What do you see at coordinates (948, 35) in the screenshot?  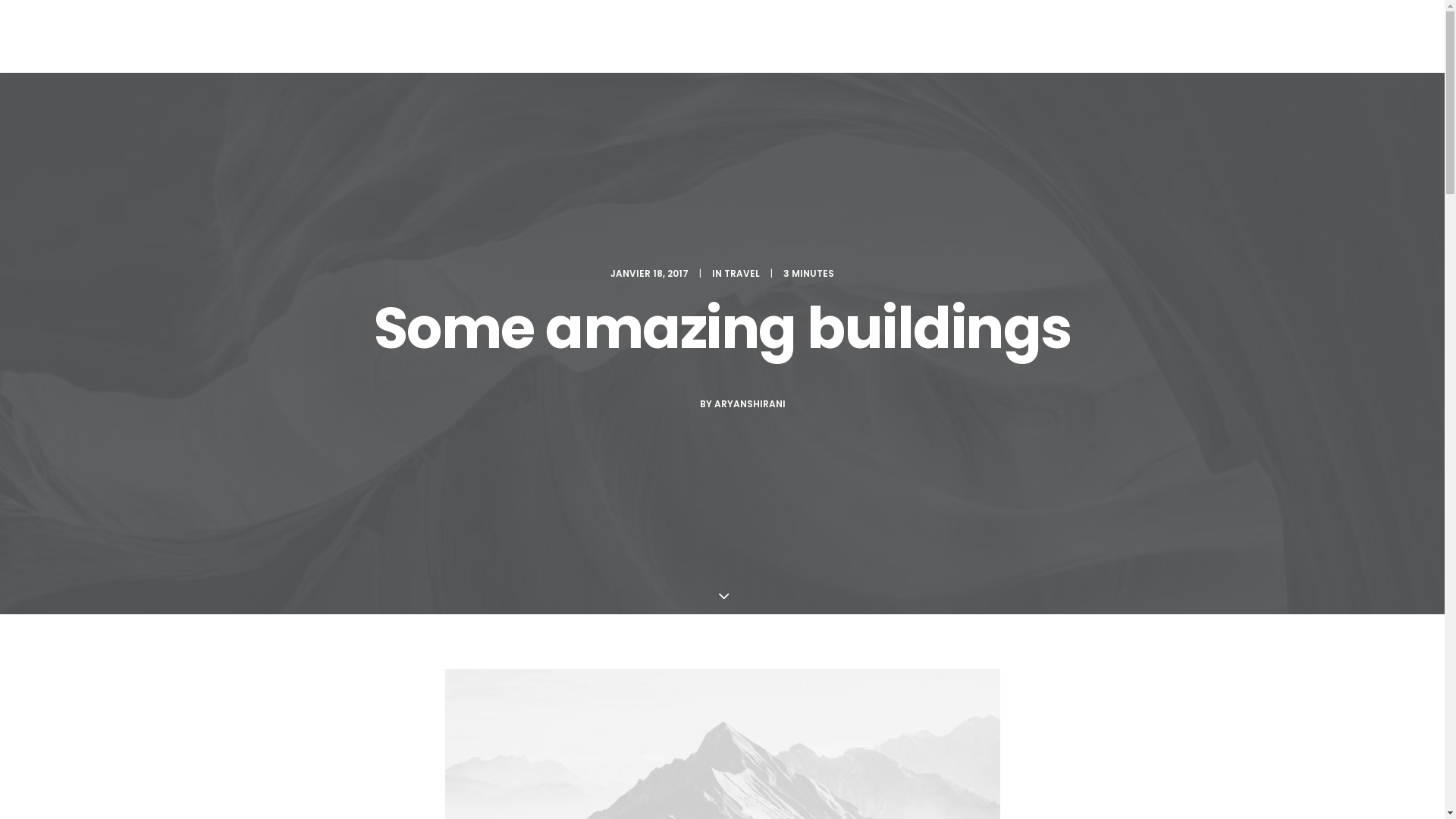 I see `'GALERIE'` at bounding box center [948, 35].